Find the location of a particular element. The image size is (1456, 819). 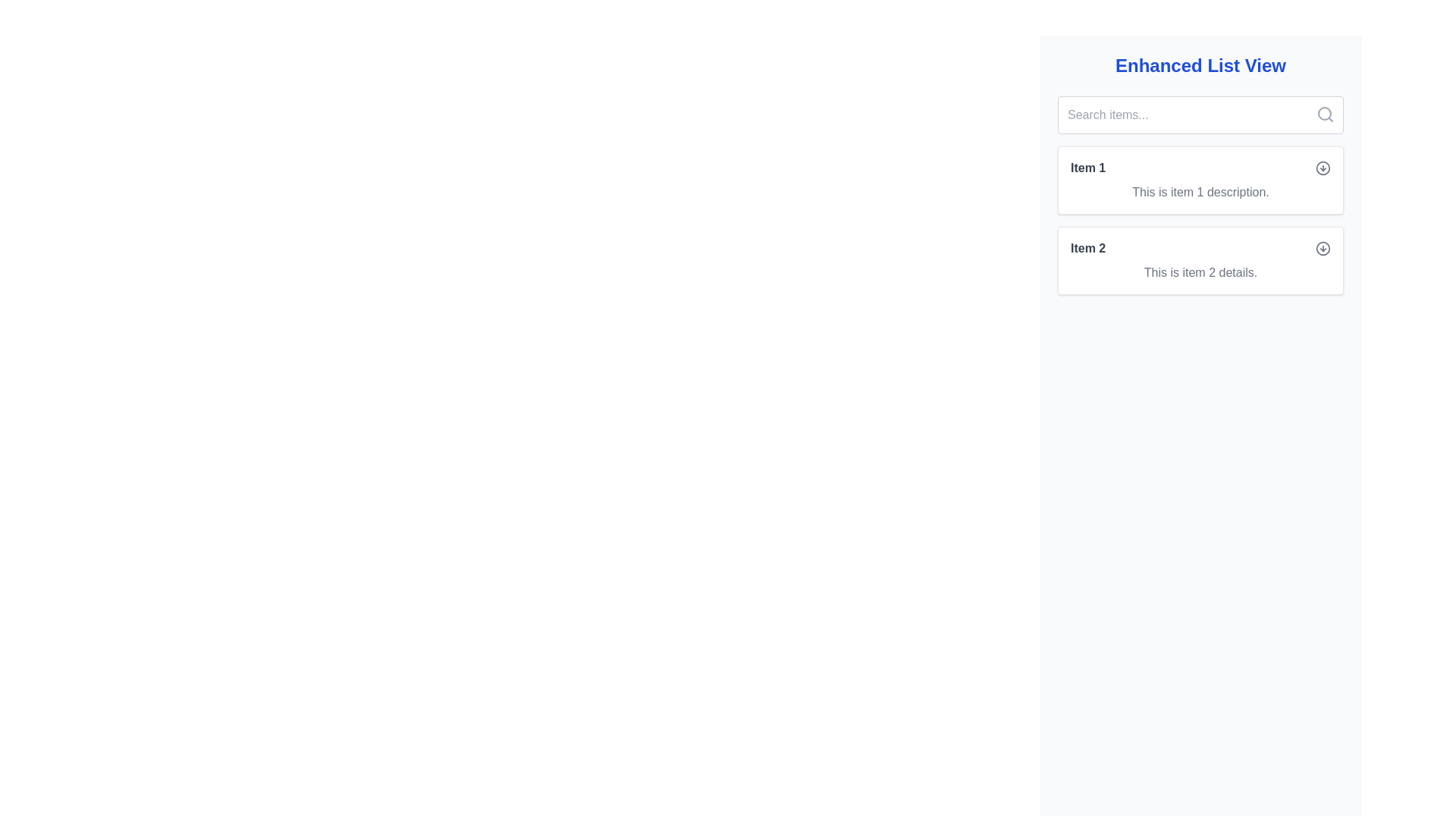

the circular icon component at the top-right corner of the 'Item 1' list item, which is styled with a thin stroke and no fill color is located at coordinates (1323, 168).